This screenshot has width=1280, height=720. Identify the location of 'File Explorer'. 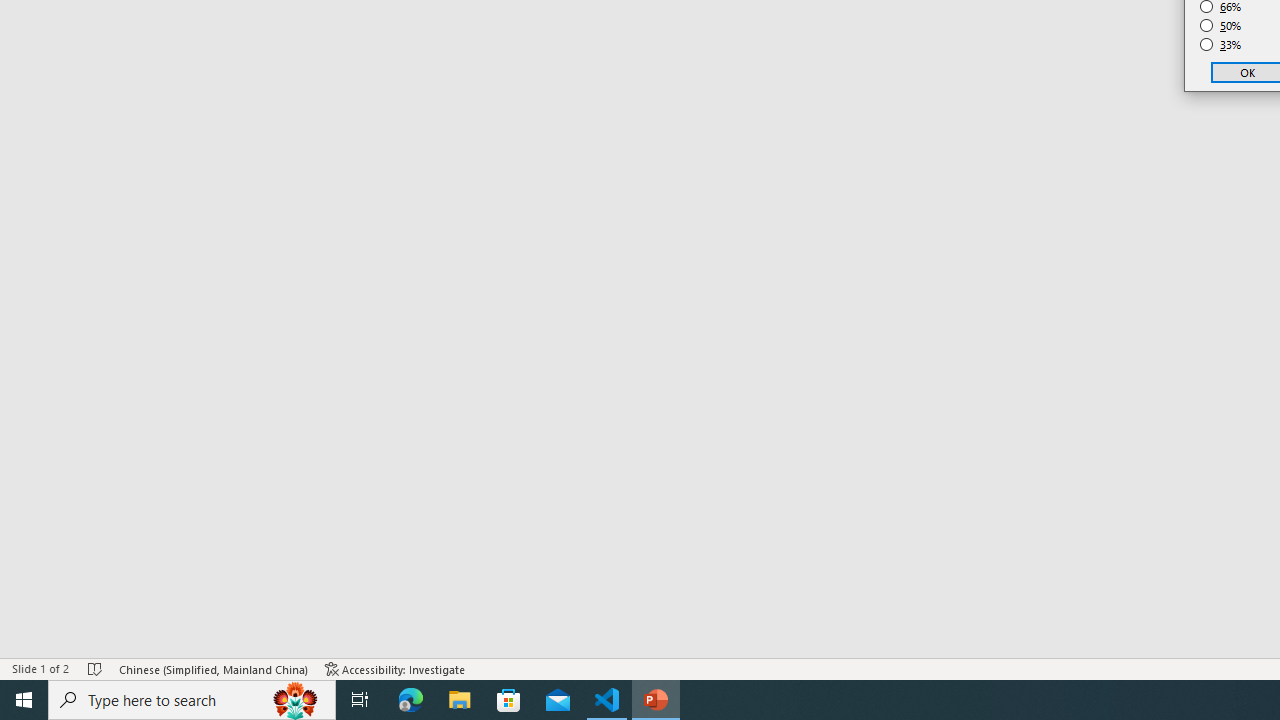
(459, 698).